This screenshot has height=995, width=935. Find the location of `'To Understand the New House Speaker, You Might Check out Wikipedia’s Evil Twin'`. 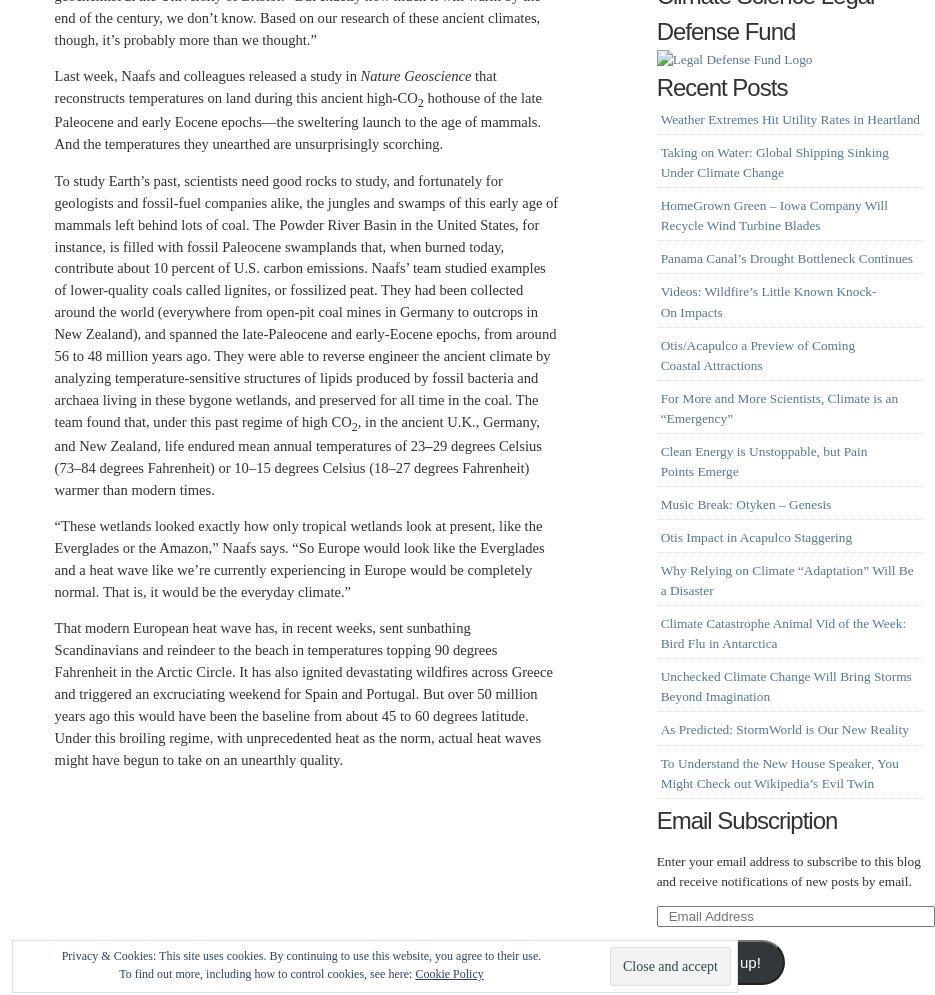

'To Understand the New House Speaker, You Might Check out Wikipedia’s Evil Twin' is located at coordinates (778, 772).